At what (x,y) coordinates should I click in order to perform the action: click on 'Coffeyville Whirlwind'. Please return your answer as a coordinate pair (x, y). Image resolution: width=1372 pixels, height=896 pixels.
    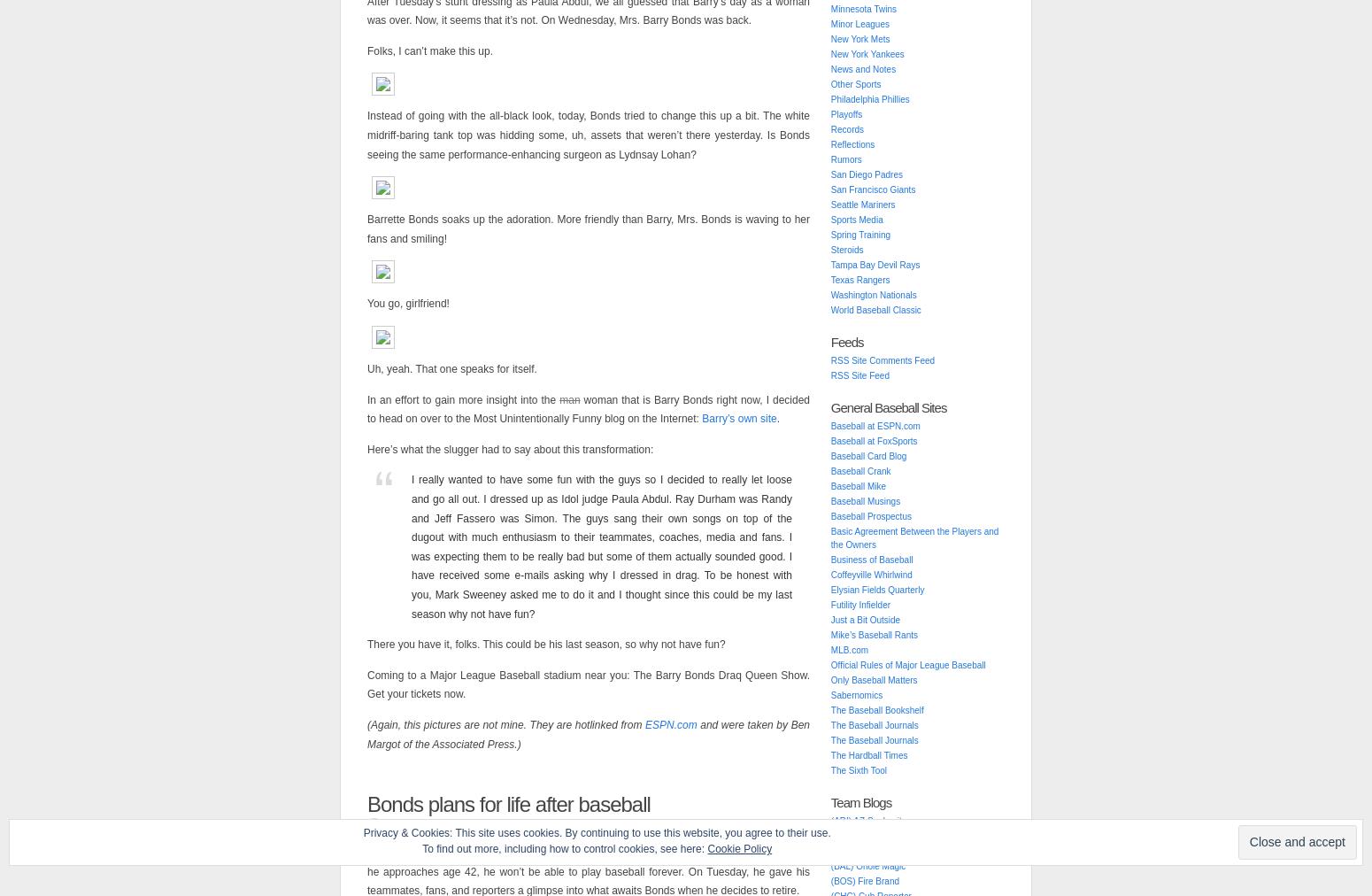
    Looking at the image, I should click on (869, 575).